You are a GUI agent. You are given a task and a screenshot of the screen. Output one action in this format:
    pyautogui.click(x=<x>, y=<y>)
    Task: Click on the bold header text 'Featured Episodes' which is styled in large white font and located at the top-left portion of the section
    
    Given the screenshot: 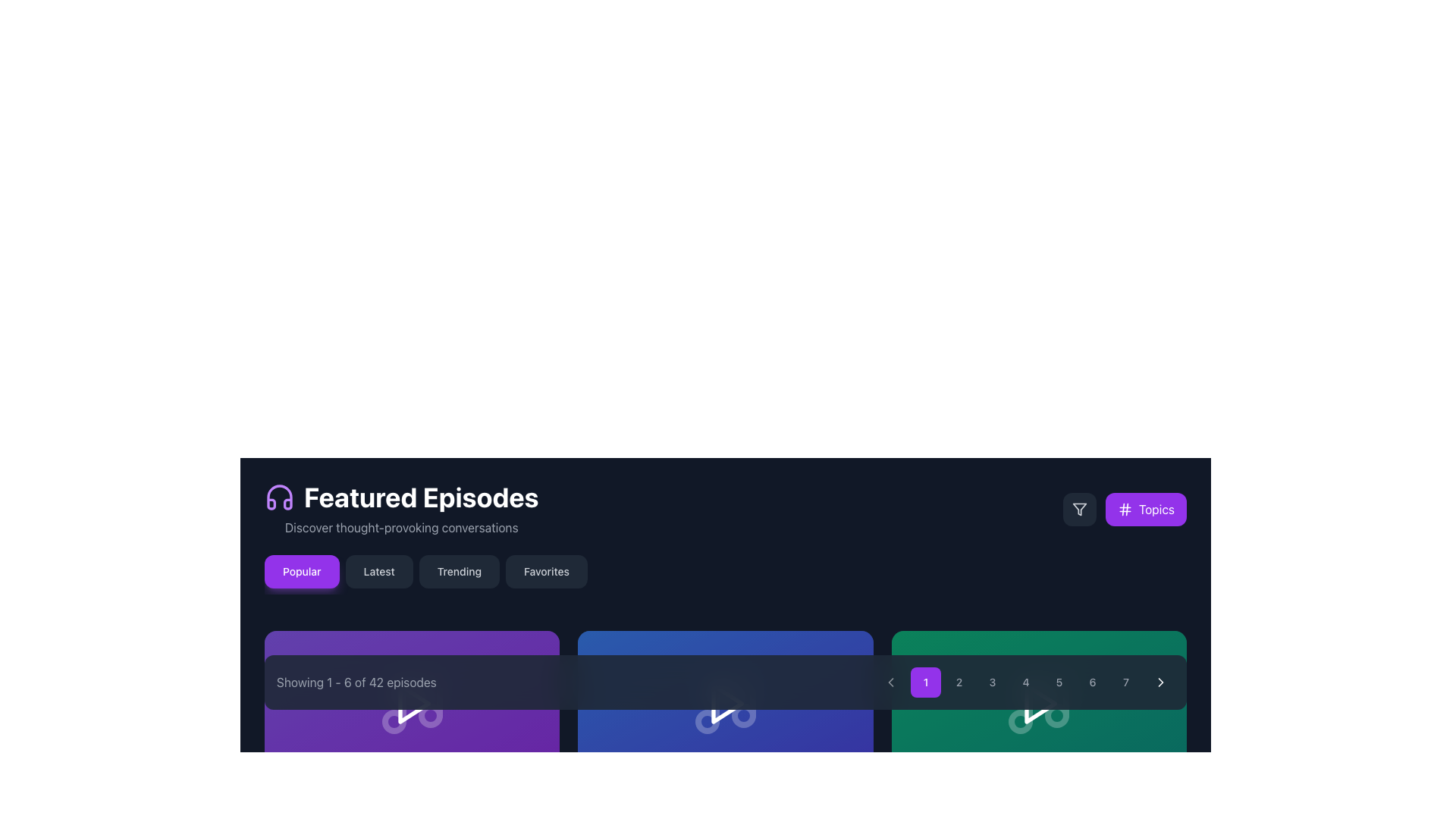 What is the action you would take?
    pyautogui.click(x=401, y=497)
    